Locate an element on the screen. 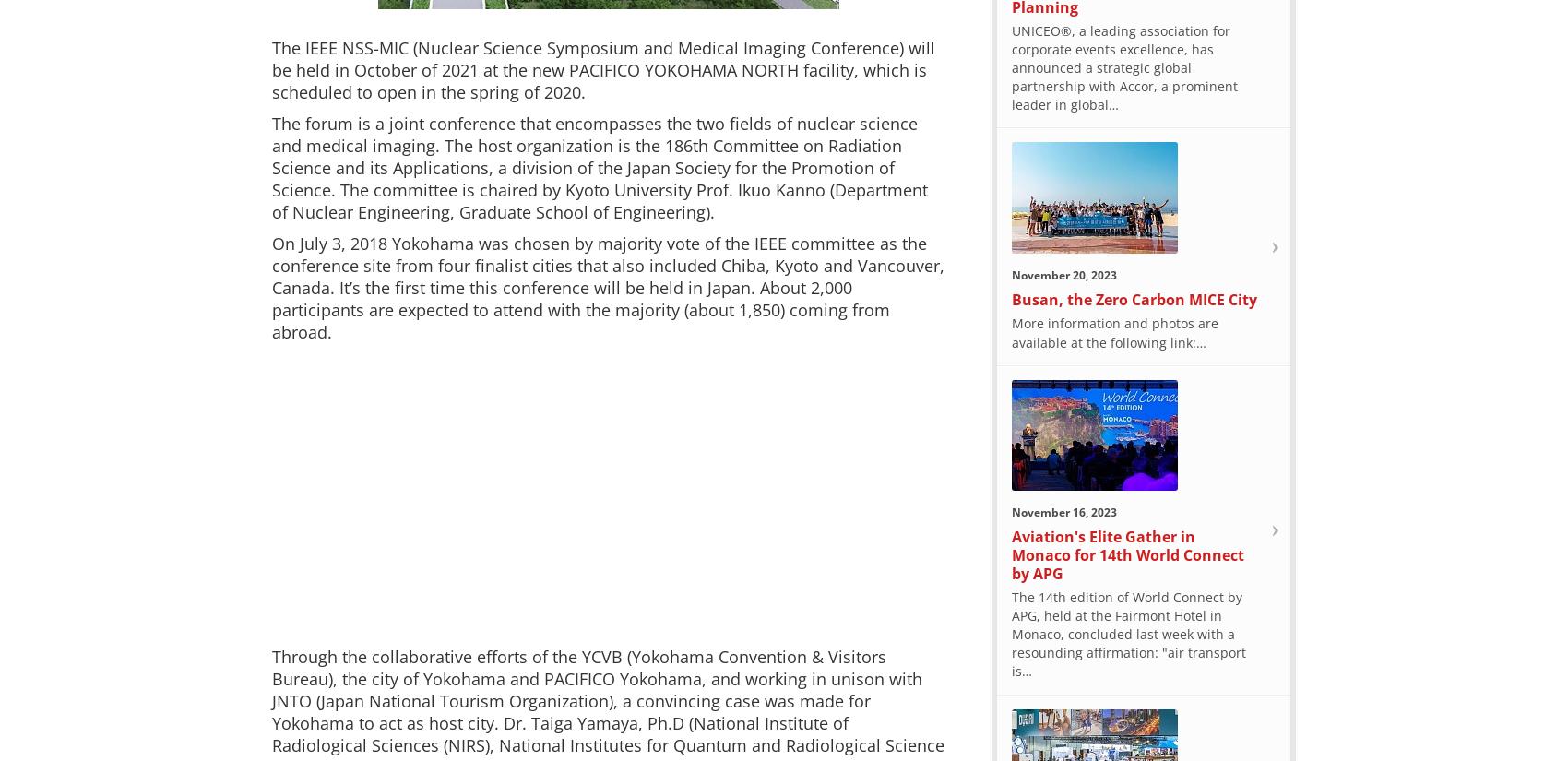 The width and height of the screenshot is (1568, 761). 'The forum is a joint conference that encompasses the two fields of nuclear science and medical imaging. The host organization is the 186th Committee on Radiation Science and its Applications, a division of the Japan Society for the Promotion of Science. The committee is chaired by Kyoto University Prof. Ikuo Kanno (Department of Nuclear Engineering, Graduate School of Engineering).' is located at coordinates (600, 167).